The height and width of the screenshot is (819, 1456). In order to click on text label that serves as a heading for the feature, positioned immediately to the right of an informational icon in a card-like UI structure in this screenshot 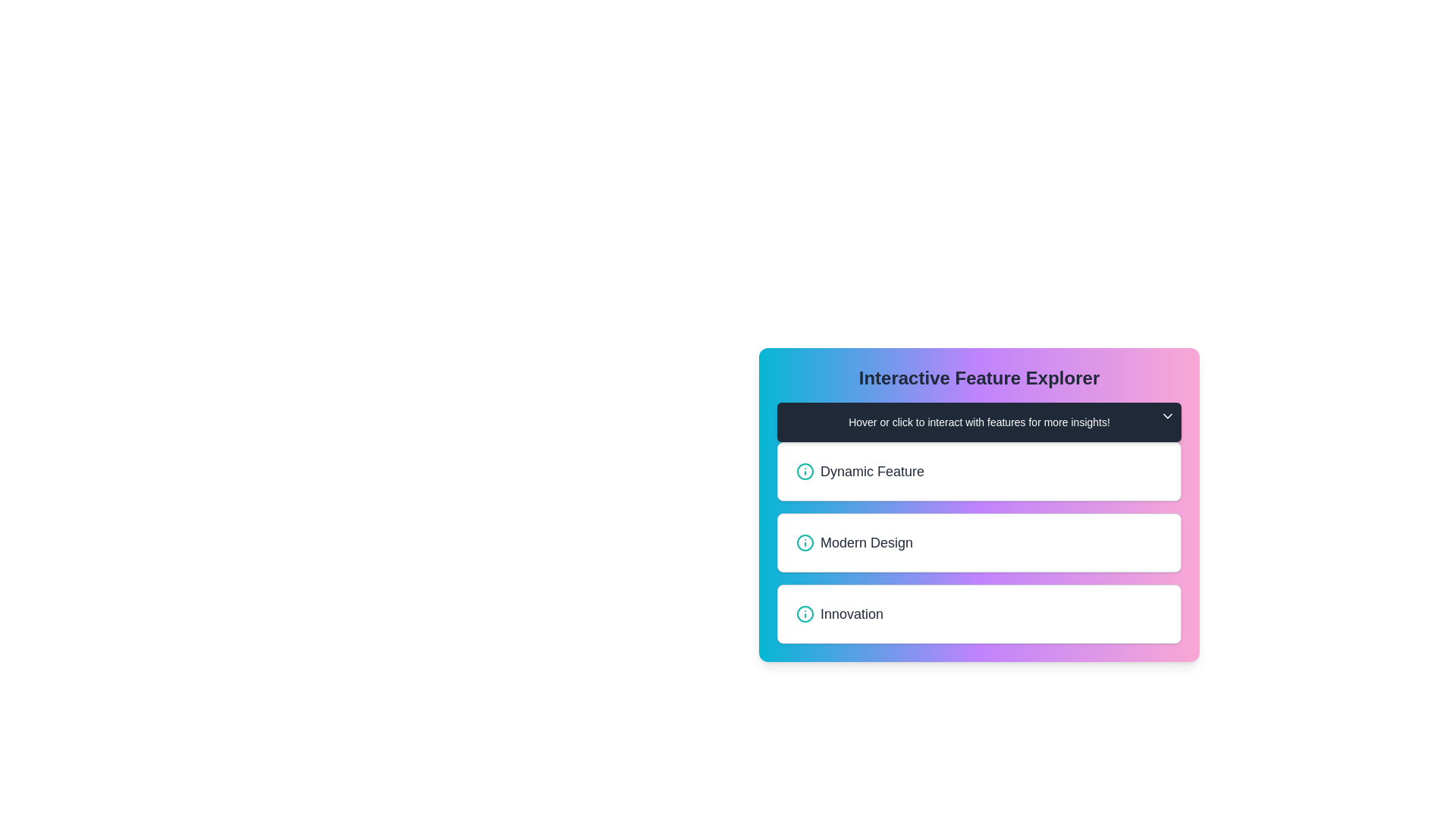, I will do `click(872, 470)`.